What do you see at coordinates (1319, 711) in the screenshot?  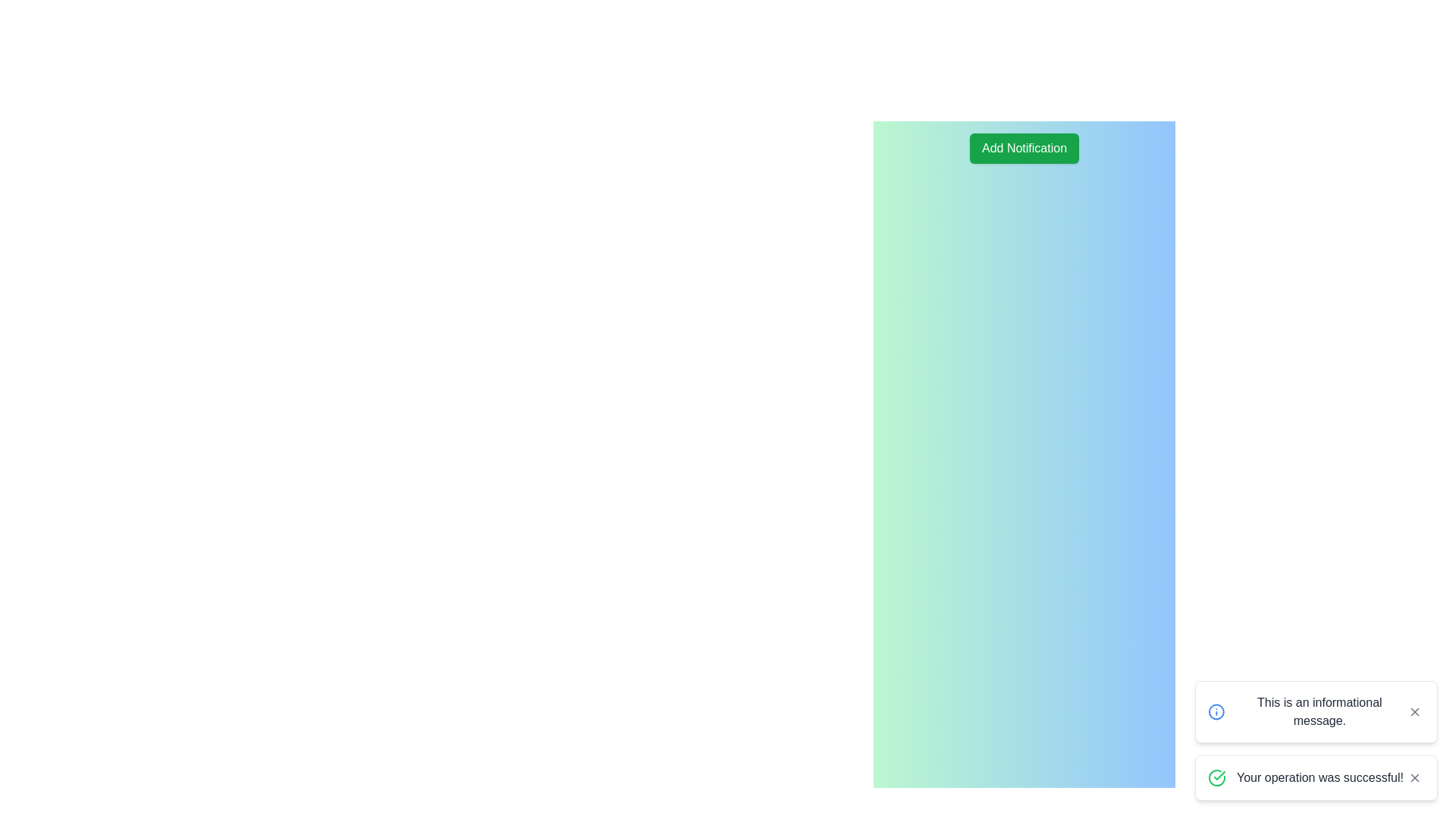 I see `informational message displayed in the text label located in the middle-right section of the display card` at bounding box center [1319, 711].